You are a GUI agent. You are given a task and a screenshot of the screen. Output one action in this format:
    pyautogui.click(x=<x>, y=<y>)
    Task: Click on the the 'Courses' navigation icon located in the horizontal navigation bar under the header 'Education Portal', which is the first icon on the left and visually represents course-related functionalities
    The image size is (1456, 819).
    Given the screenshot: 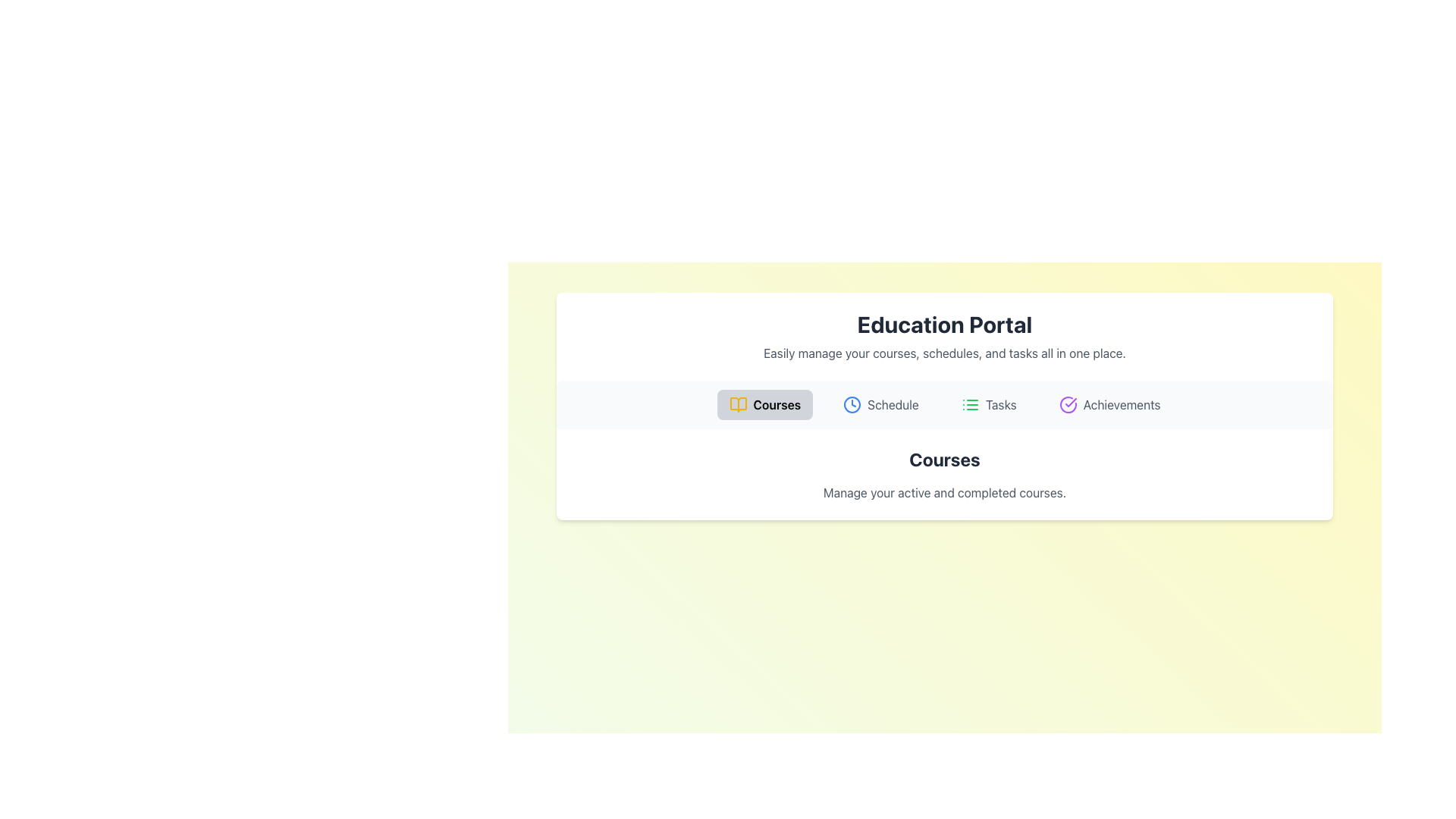 What is the action you would take?
    pyautogui.click(x=738, y=403)
    